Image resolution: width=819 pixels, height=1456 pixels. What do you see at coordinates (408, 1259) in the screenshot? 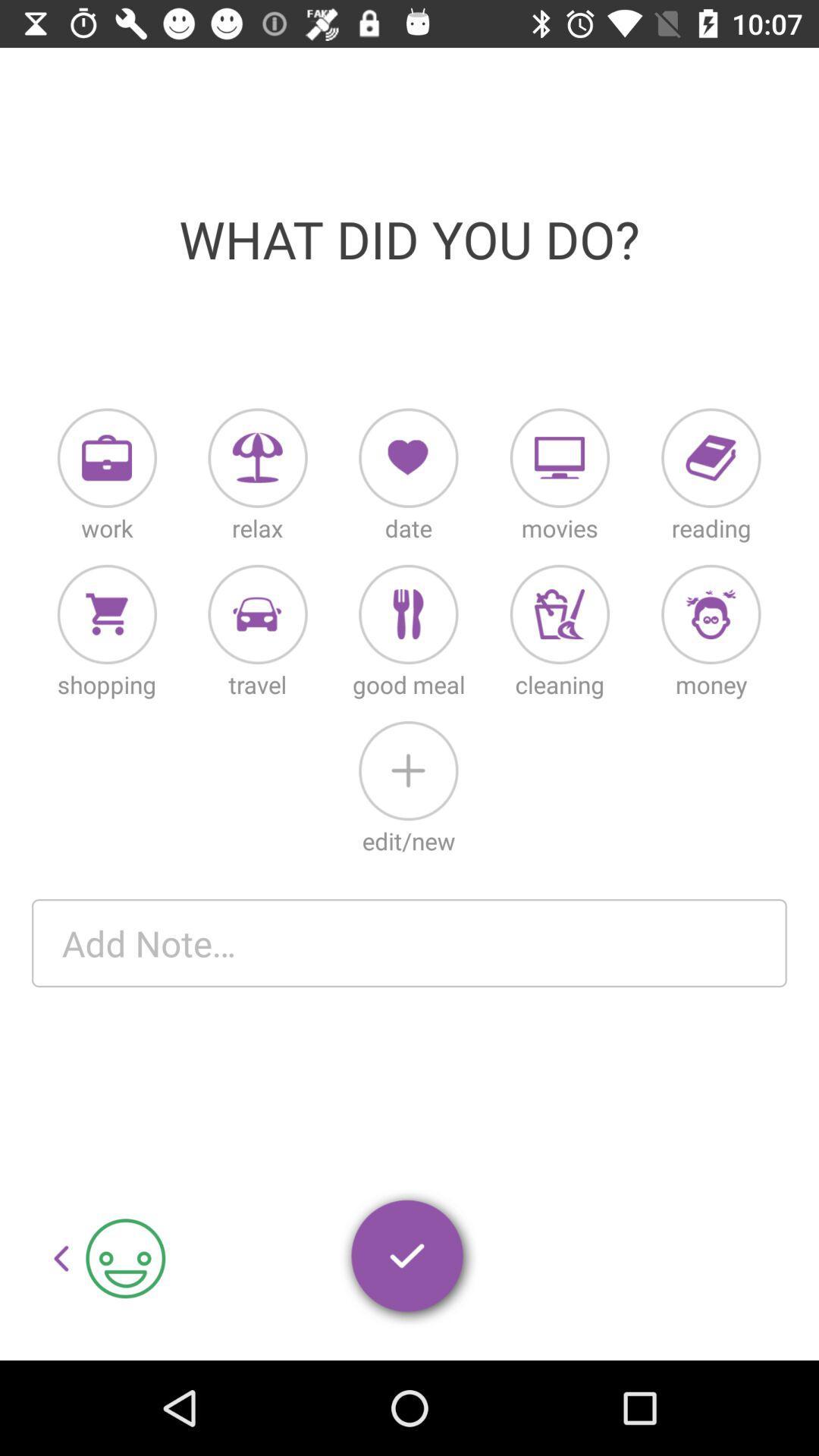
I see `done` at bounding box center [408, 1259].